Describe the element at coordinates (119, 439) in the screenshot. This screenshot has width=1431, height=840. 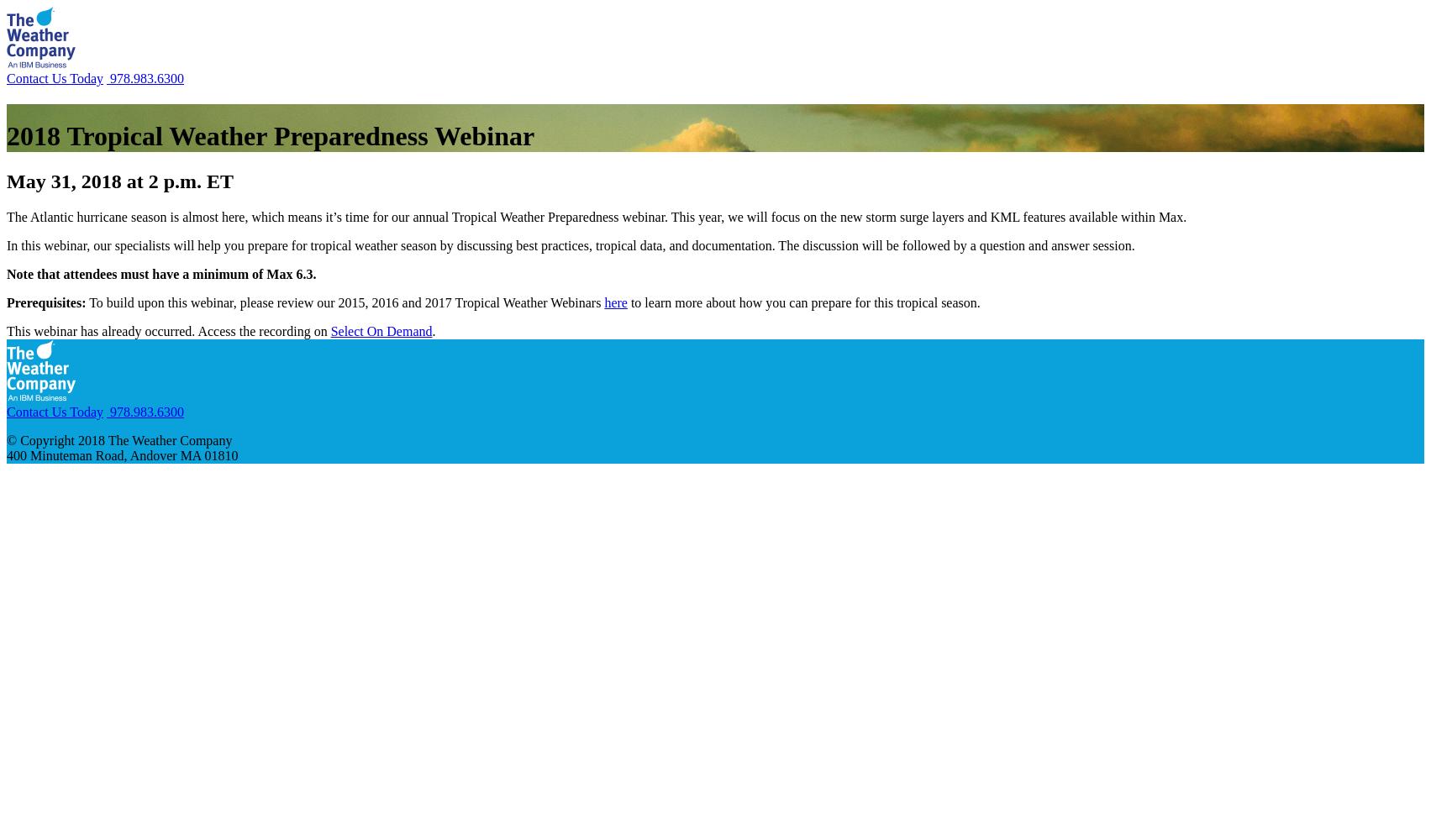
I see `'© Copyright 2018 The Weather Company'` at that location.